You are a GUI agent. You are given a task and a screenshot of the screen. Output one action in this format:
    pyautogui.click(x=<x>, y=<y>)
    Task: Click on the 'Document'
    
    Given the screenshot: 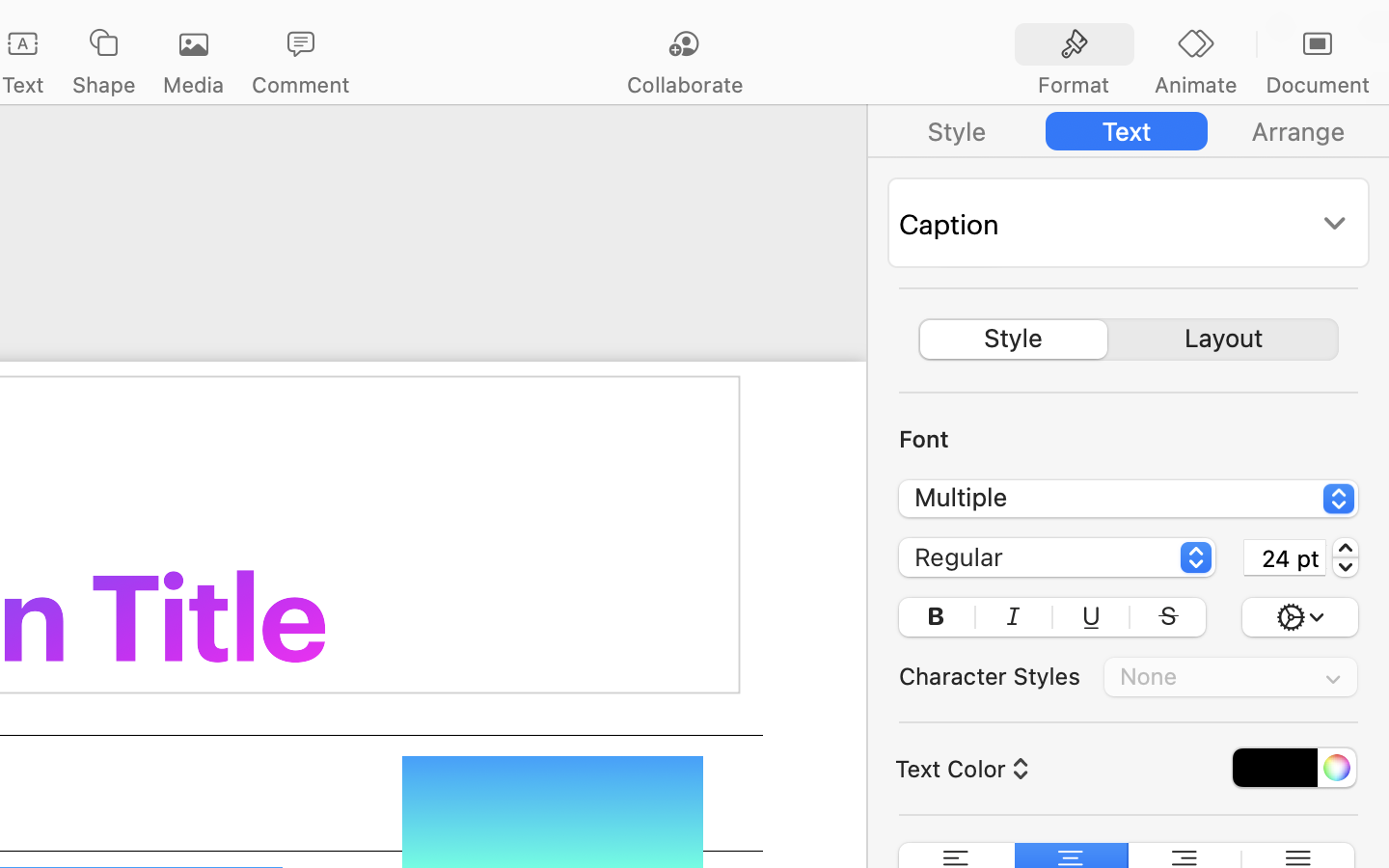 What is the action you would take?
    pyautogui.click(x=1315, y=84)
    